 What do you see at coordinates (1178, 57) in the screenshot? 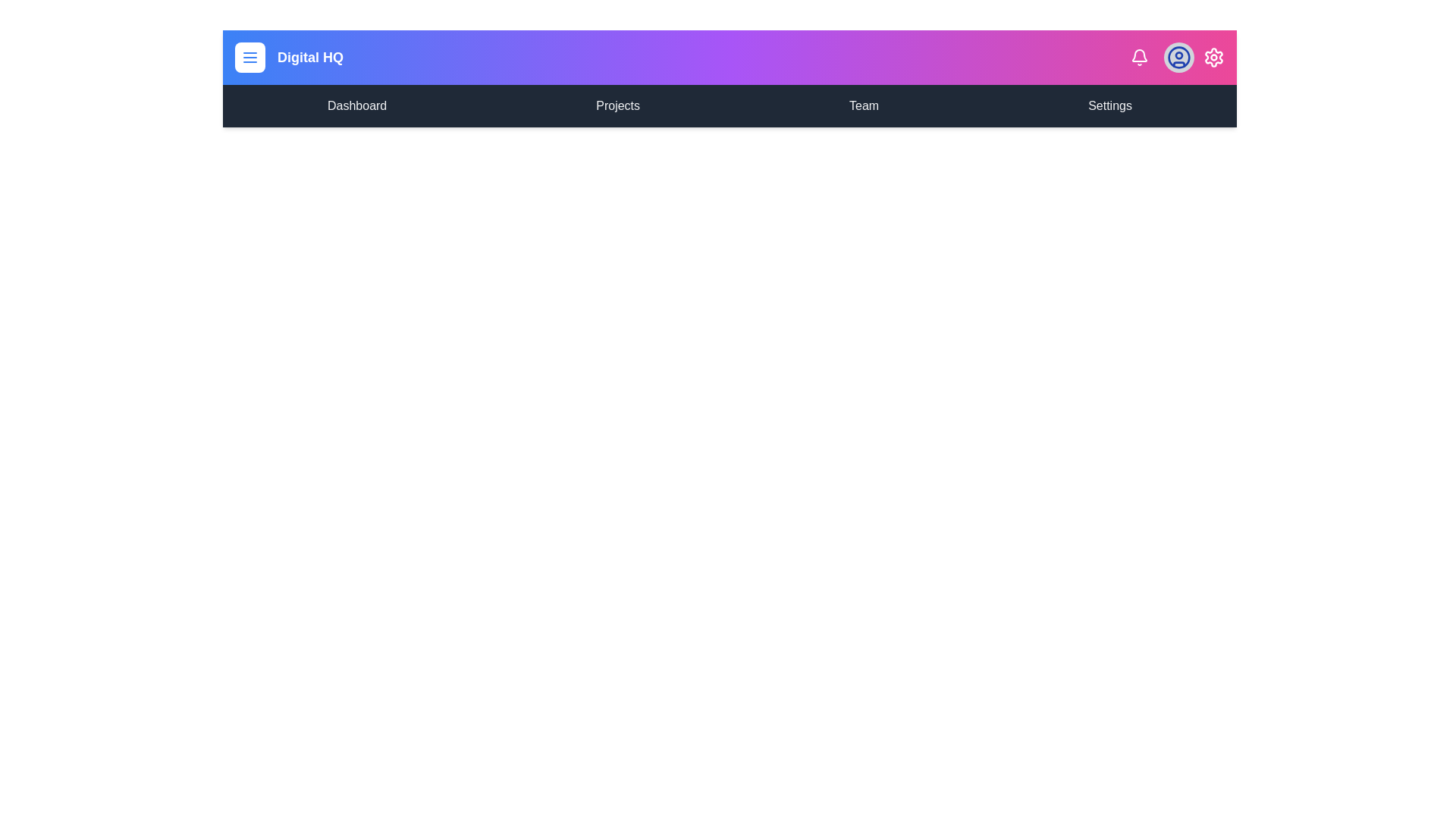
I see `the user profile icon to interact with it` at bounding box center [1178, 57].